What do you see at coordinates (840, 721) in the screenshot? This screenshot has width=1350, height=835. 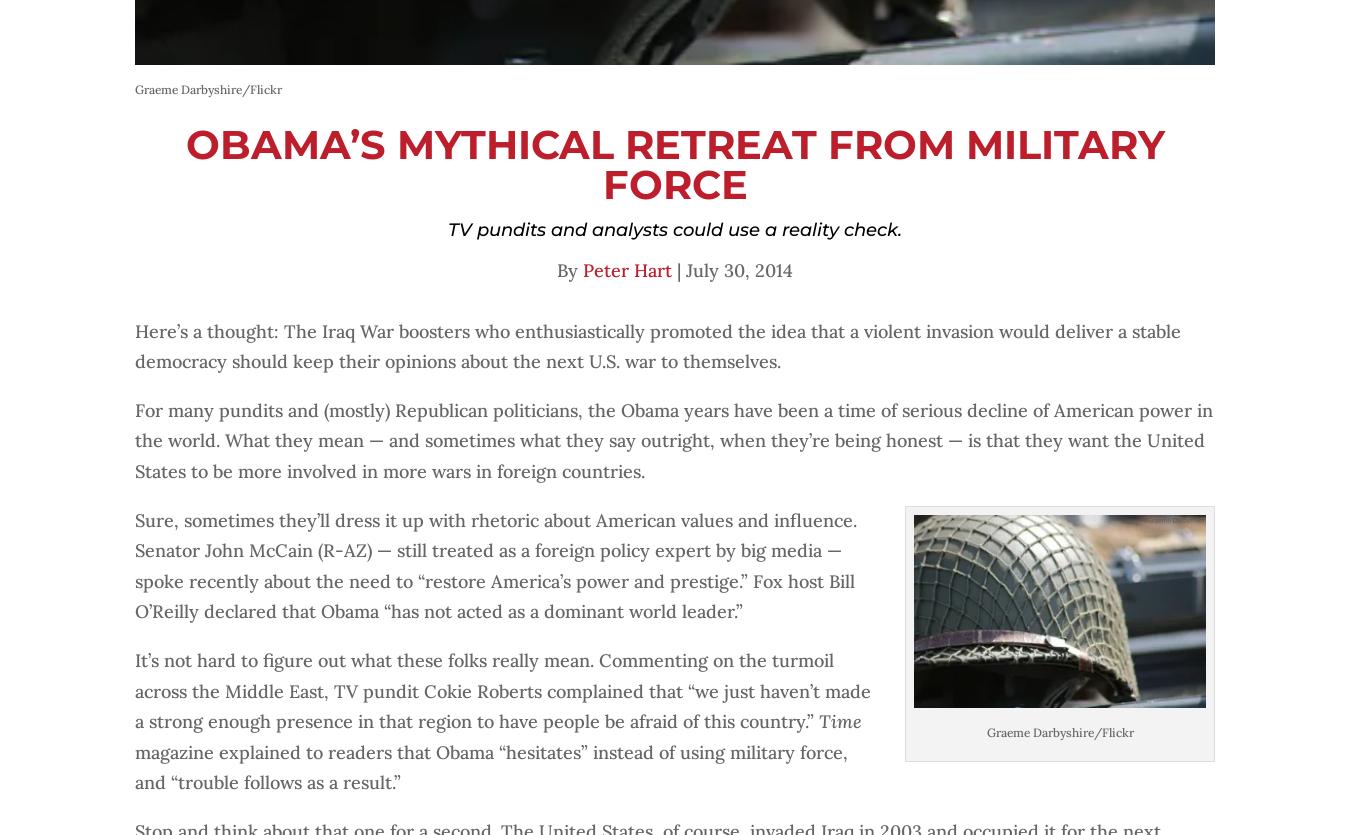 I see `'Time'` at bounding box center [840, 721].